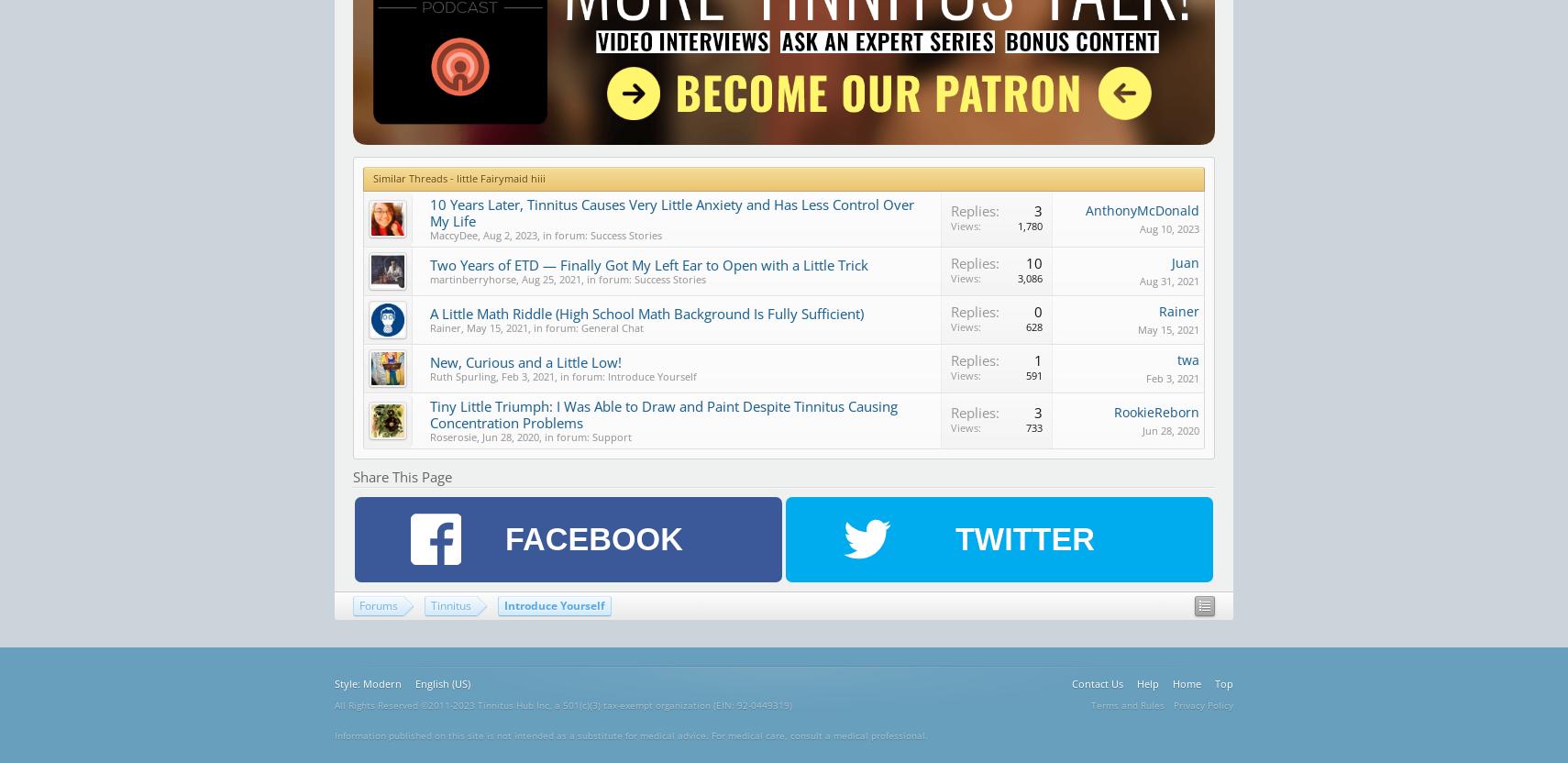 This screenshot has width=1568, height=763. Describe the element at coordinates (1037, 312) in the screenshot. I see `'0'` at that location.